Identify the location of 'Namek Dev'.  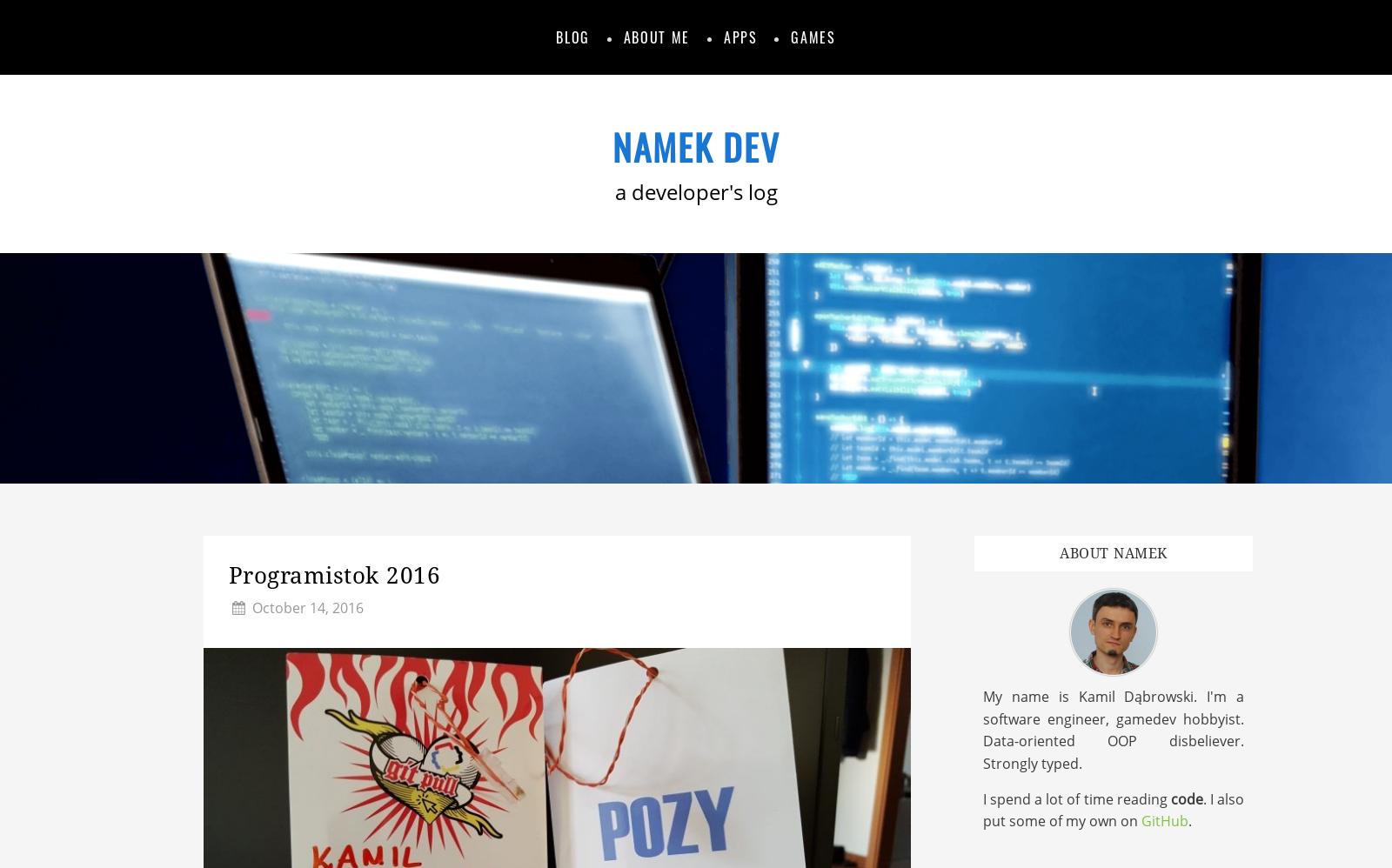
(695, 145).